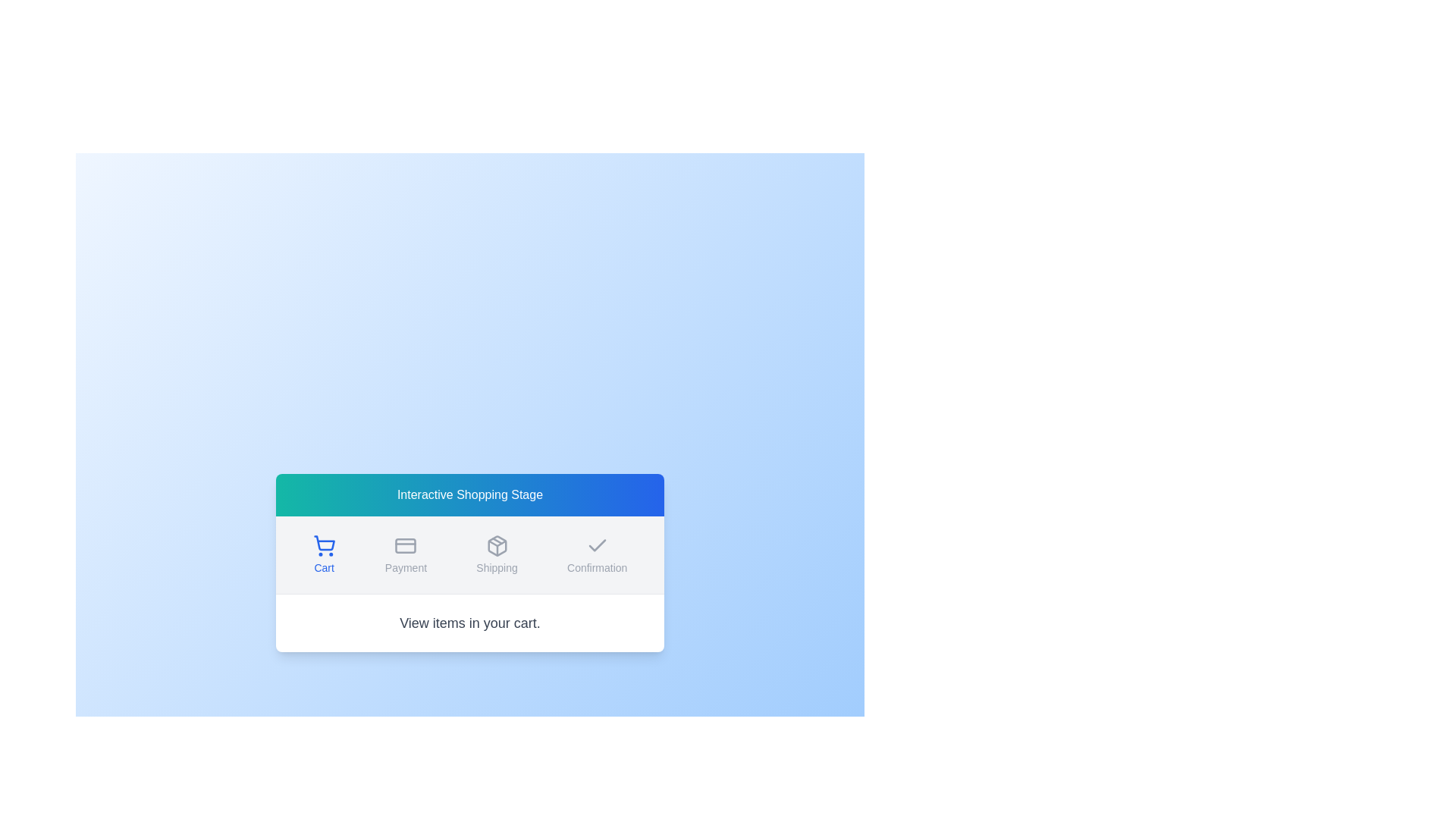  I want to click on the informative prompt text label located at the bottom of the card layout, which directs the user, so click(469, 623).